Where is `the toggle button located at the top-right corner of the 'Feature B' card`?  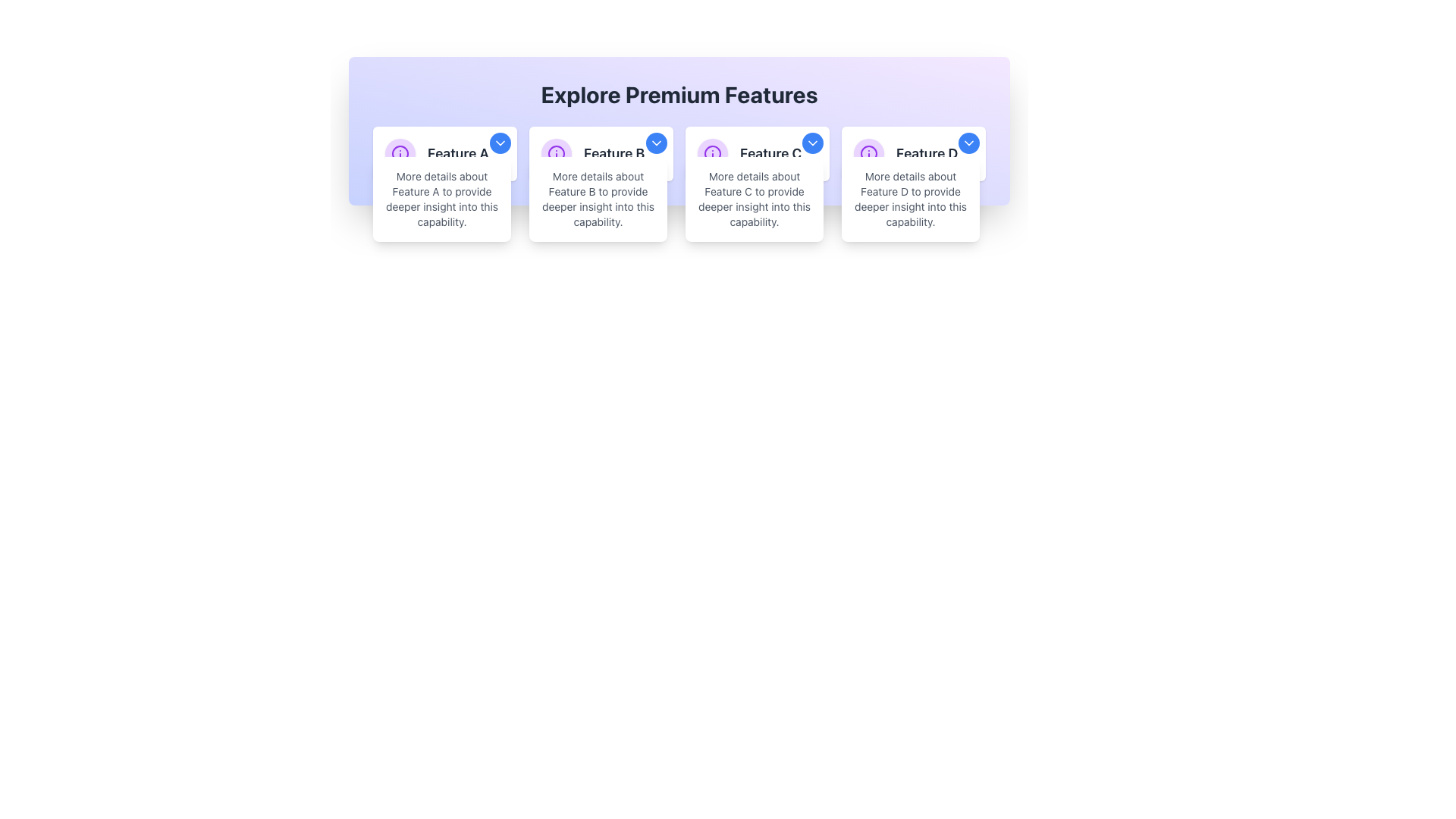
the toggle button located at the top-right corner of the 'Feature B' card is located at coordinates (656, 143).